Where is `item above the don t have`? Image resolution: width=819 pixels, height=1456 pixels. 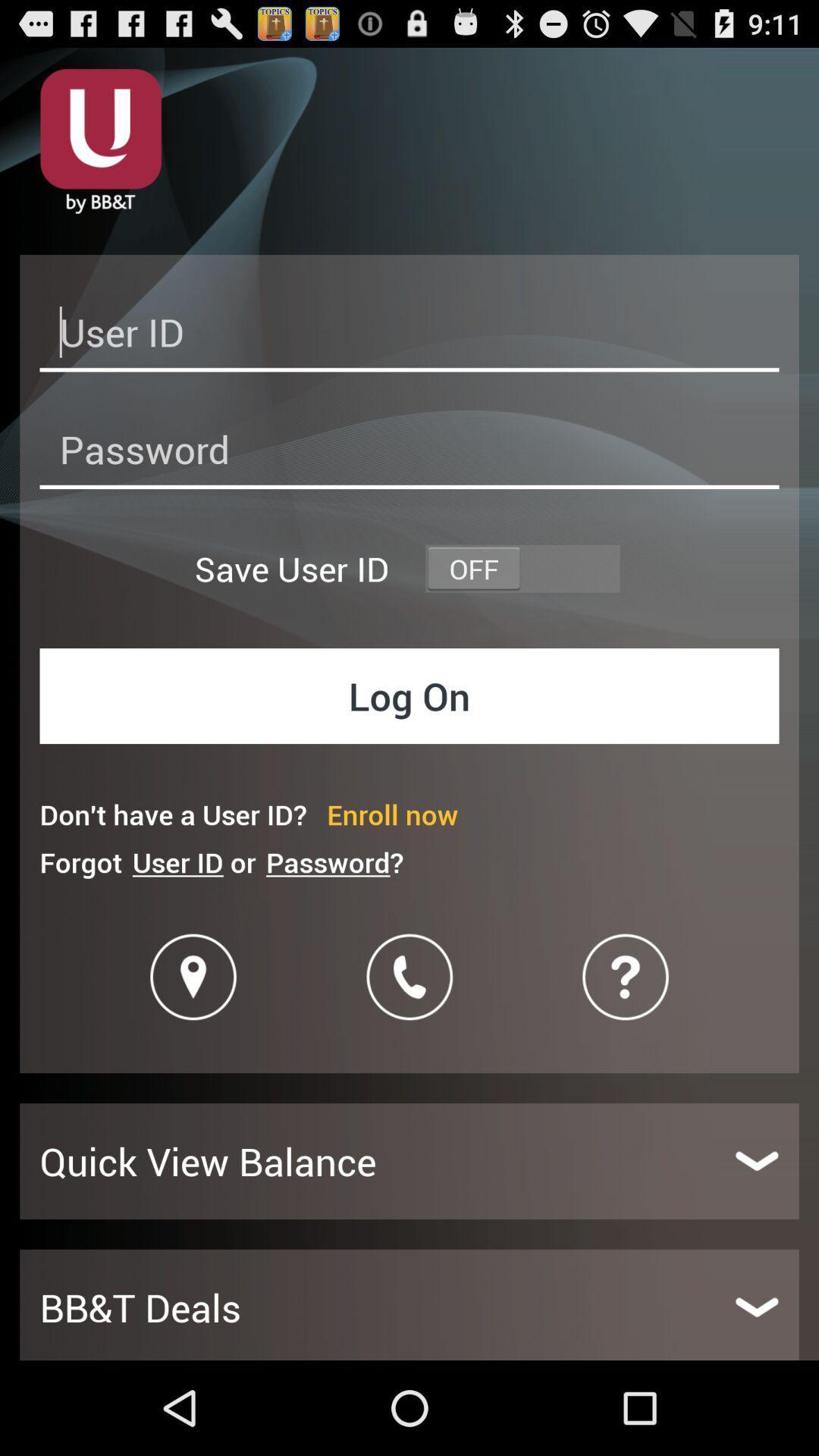
item above the don t have is located at coordinates (409, 695).